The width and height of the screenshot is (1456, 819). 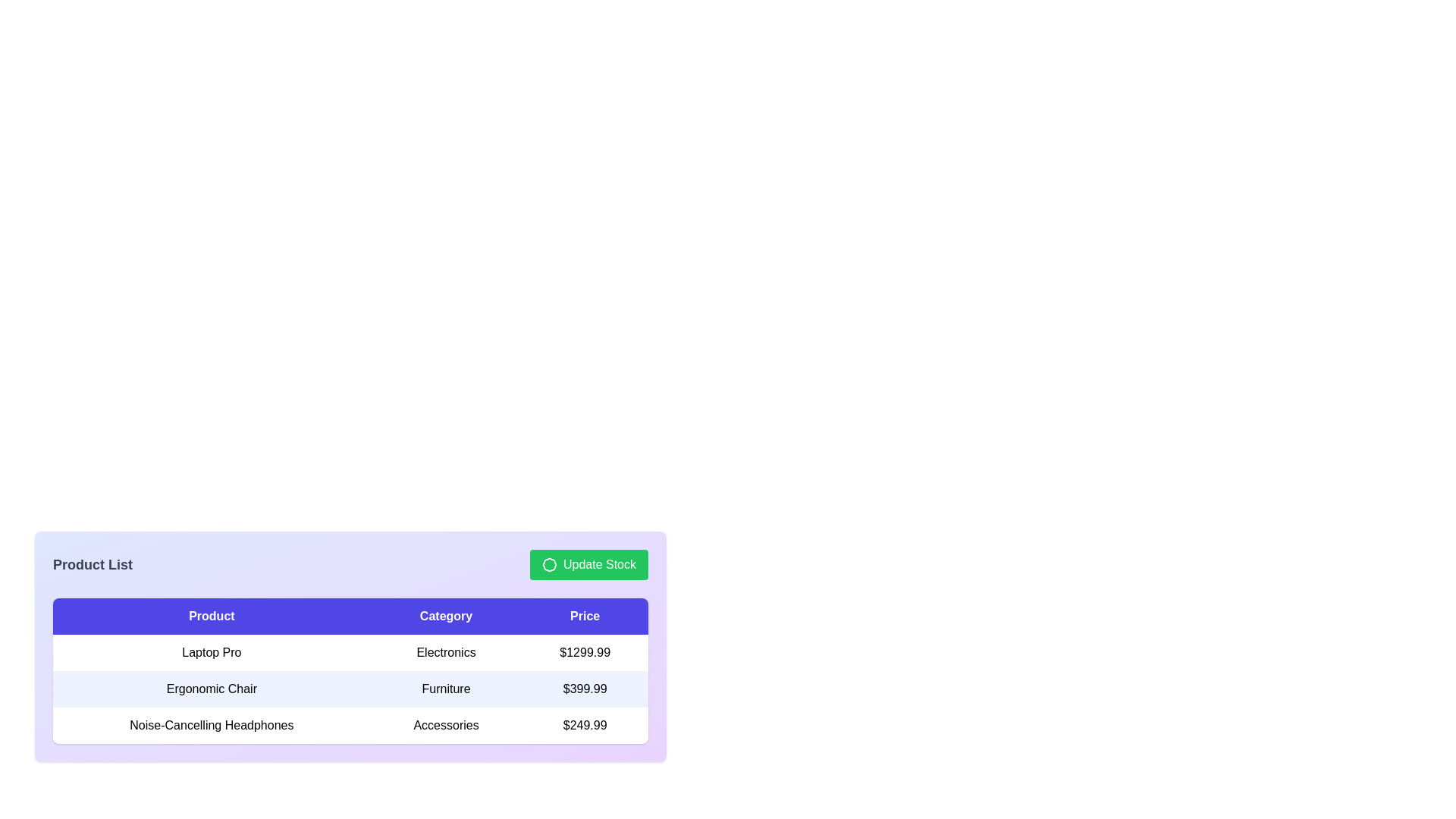 What do you see at coordinates (445, 689) in the screenshot?
I see `the 'Category' label in the table that indicates the type of product, specifically the label associated with 'Ergonomic Chair' and '$399.99'` at bounding box center [445, 689].